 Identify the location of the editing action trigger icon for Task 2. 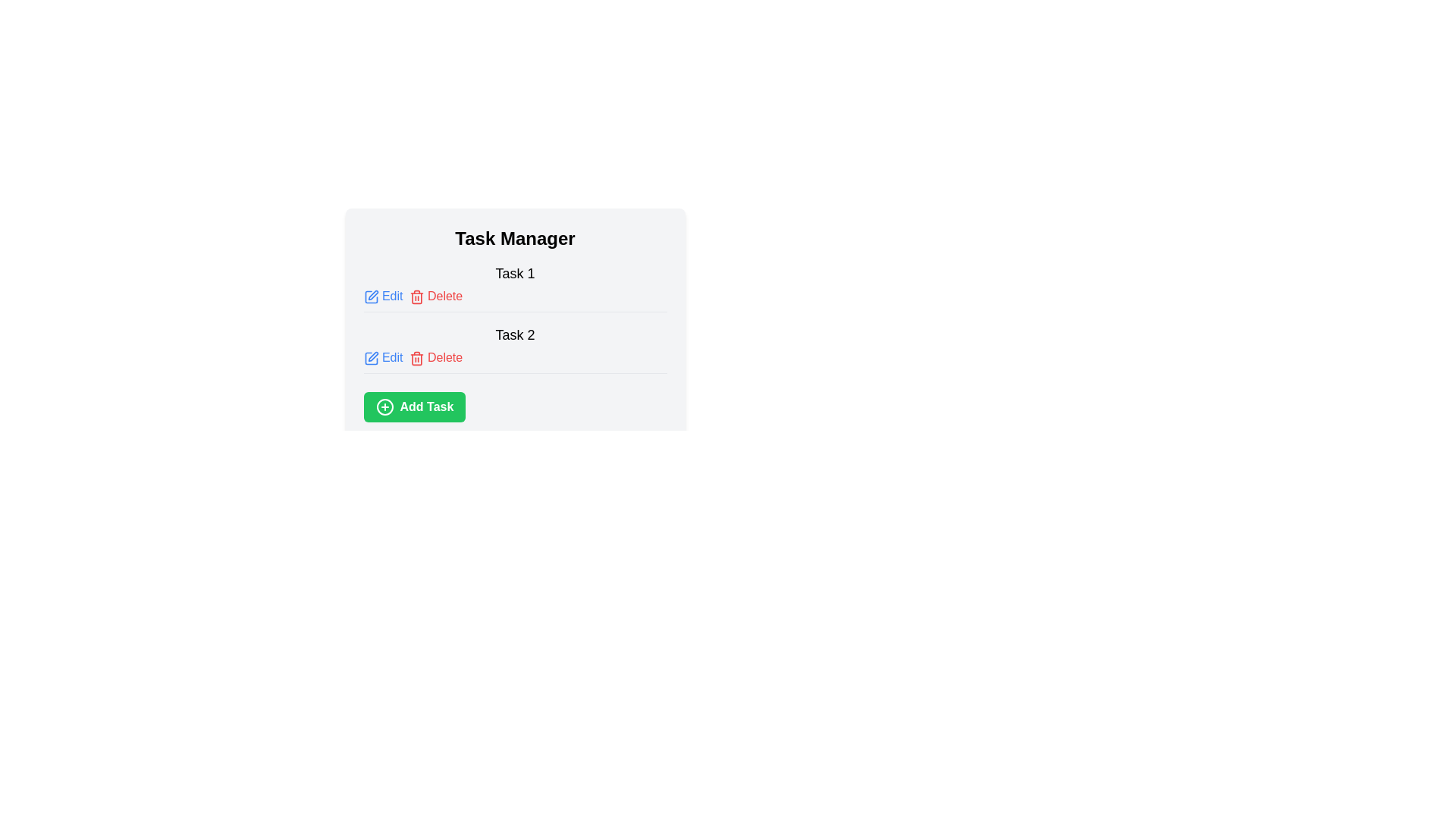
(372, 356).